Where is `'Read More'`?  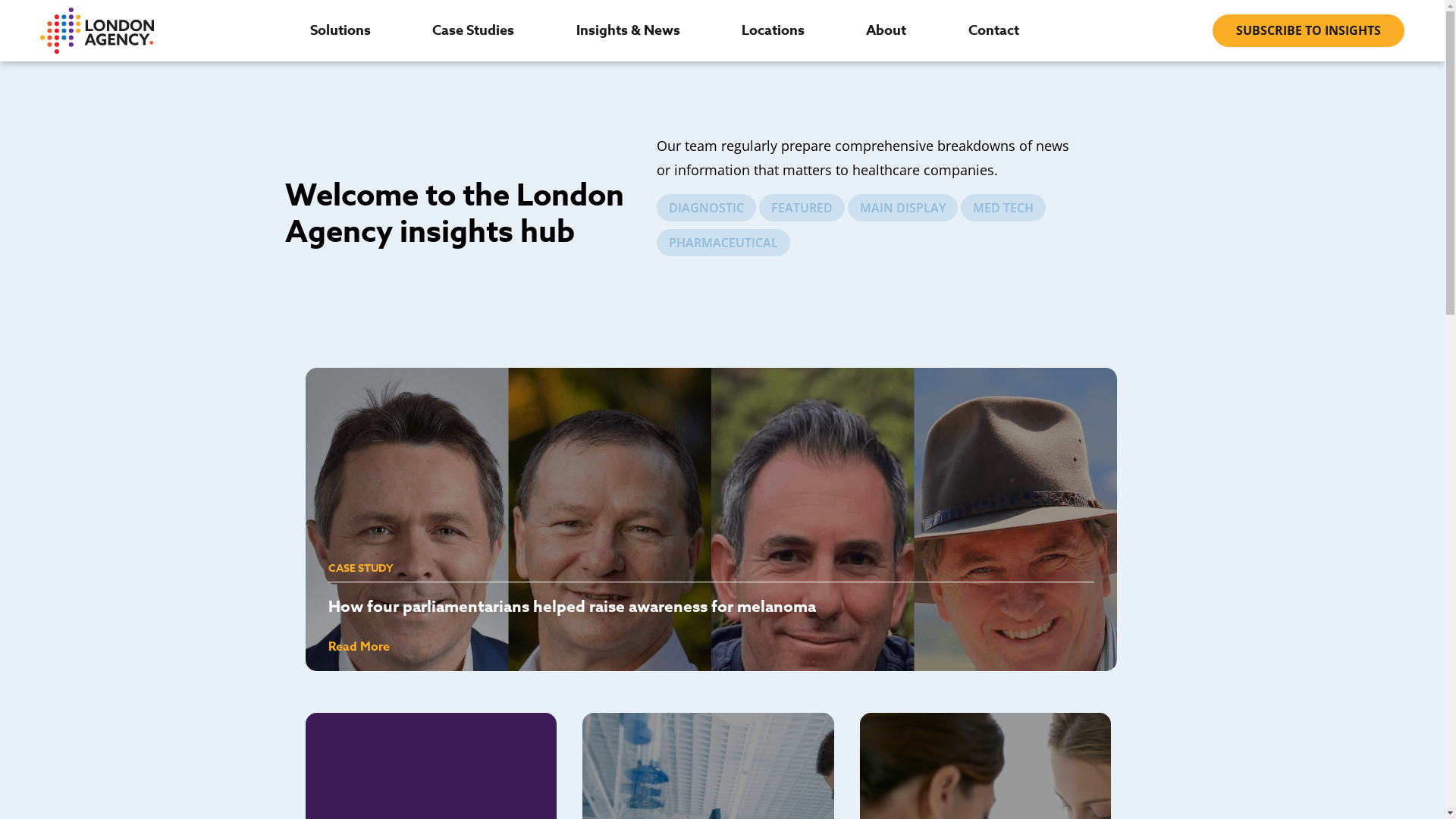 'Read More' is located at coordinates (357, 646).